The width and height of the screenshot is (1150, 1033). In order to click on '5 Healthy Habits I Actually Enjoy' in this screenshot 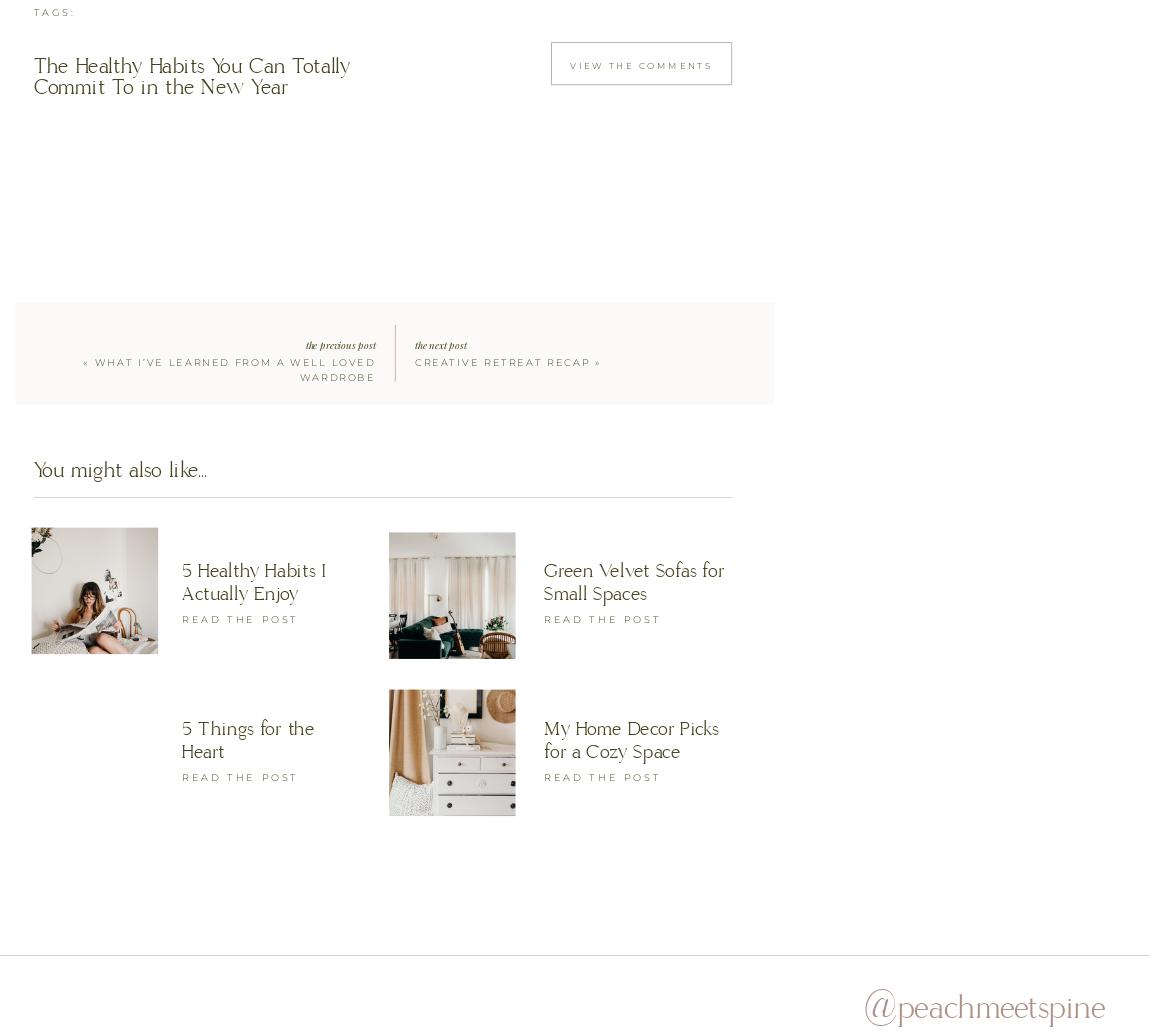, I will do `click(181, 579)`.